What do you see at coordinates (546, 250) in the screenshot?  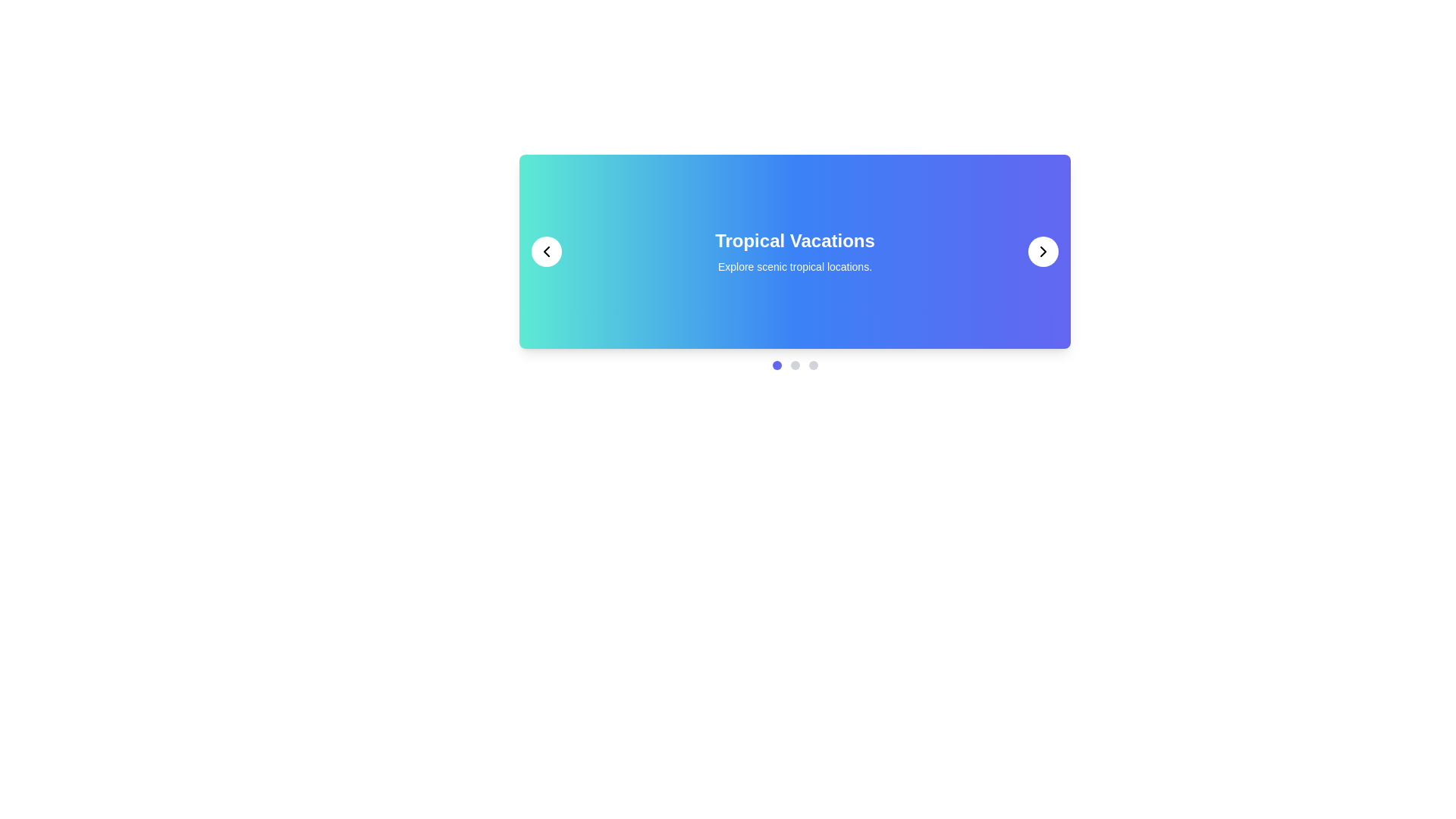 I see `the chevron left icon located within the circular button at the far left of the rectangular card component` at bounding box center [546, 250].